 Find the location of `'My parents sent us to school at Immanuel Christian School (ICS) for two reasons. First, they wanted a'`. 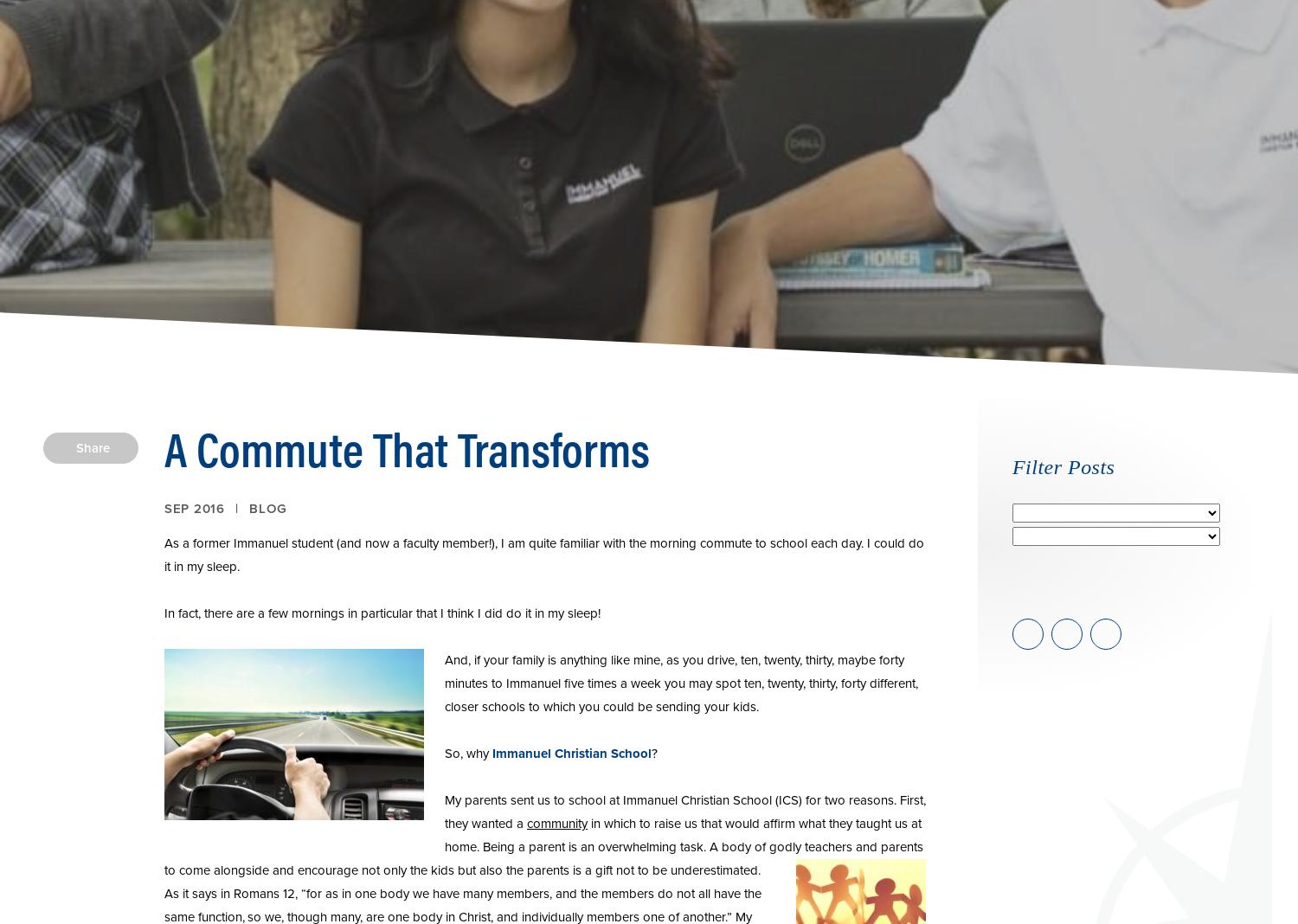

'My parents sent us to school at Immanuel Christian School (ICS) for two reasons. First, they wanted a' is located at coordinates (444, 812).